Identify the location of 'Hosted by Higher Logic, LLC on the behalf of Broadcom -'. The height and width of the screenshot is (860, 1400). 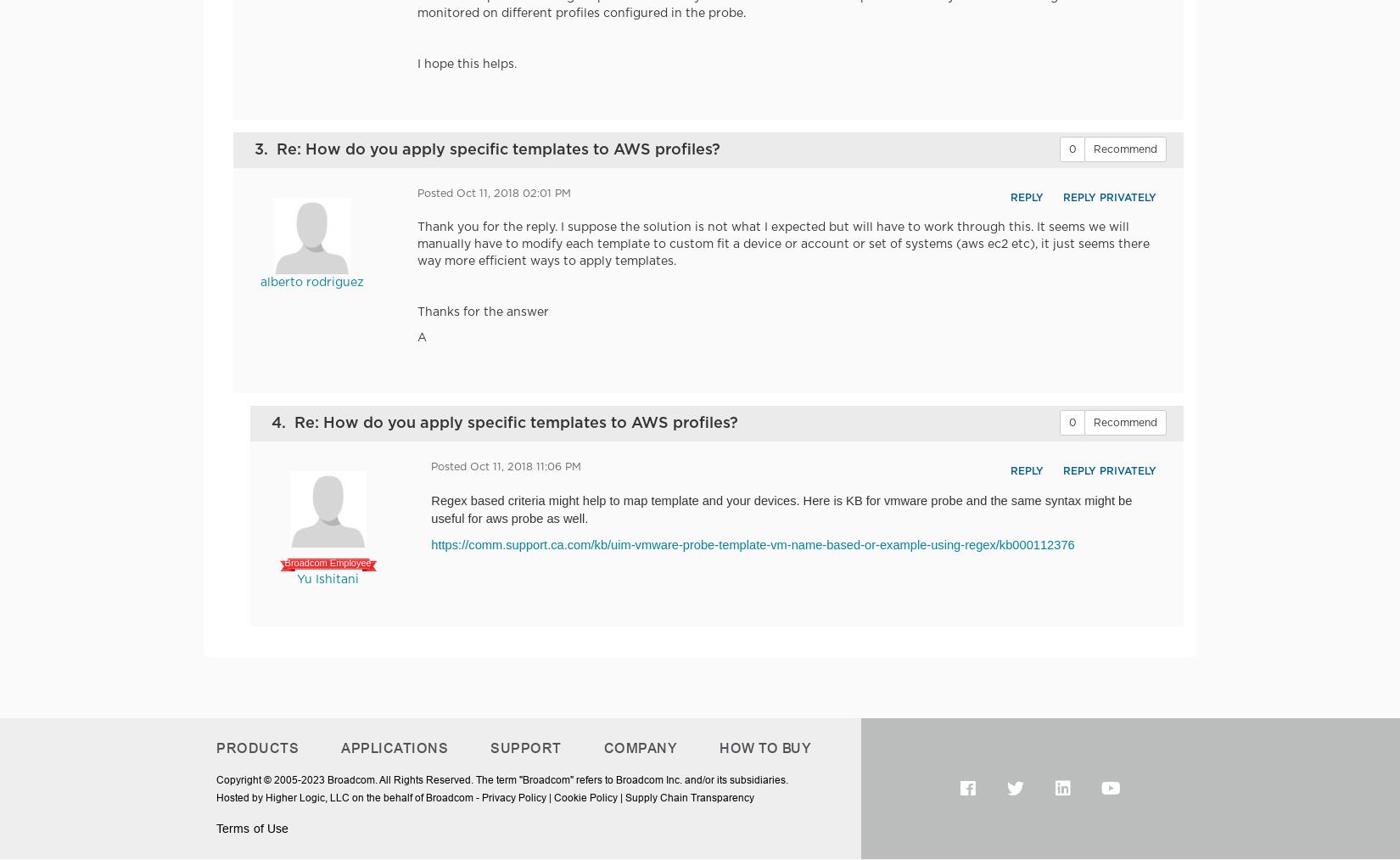
(349, 796).